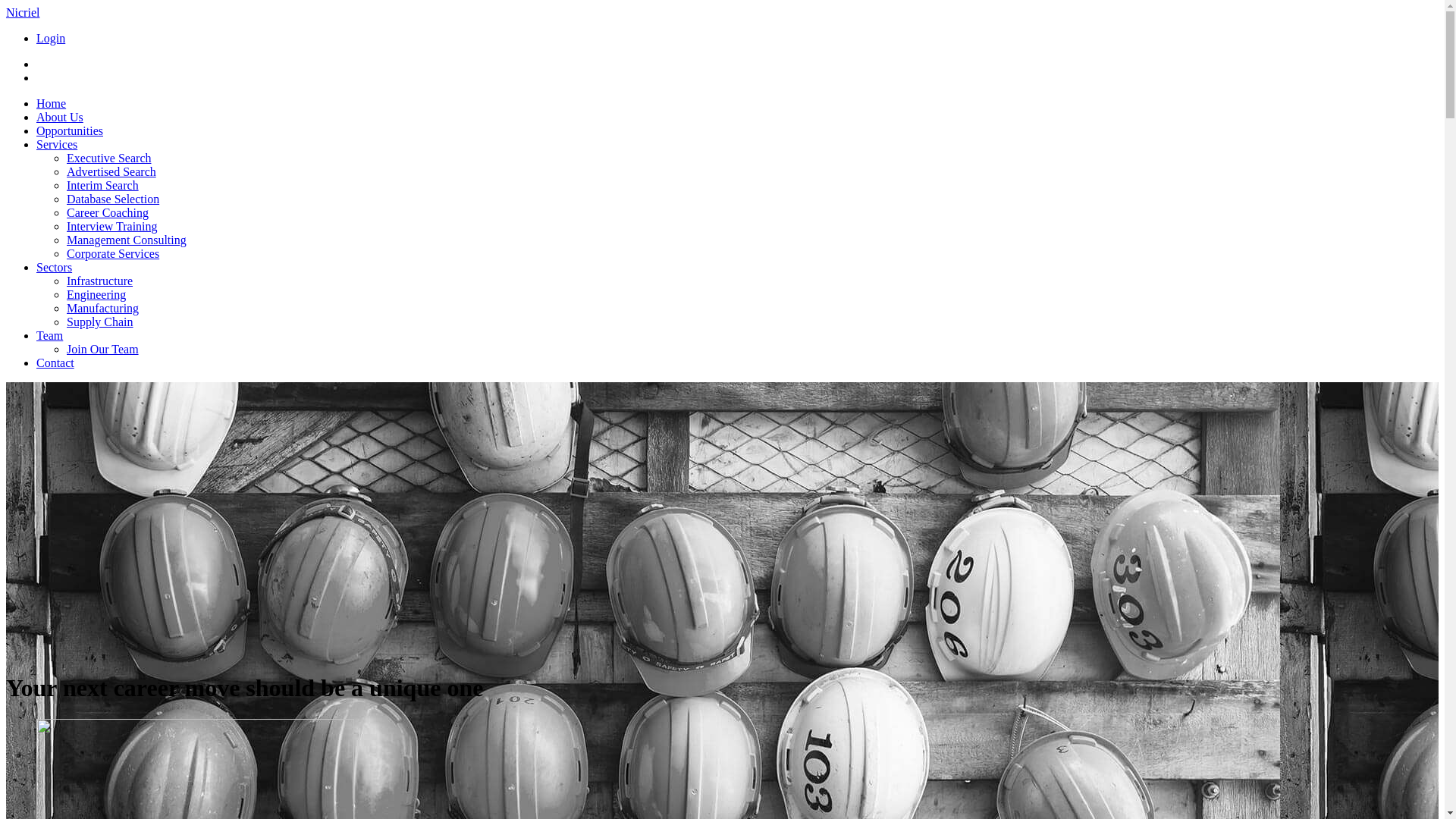 The height and width of the screenshot is (819, 1456). I want to click on 'Supply Chain', so click(99, 321).